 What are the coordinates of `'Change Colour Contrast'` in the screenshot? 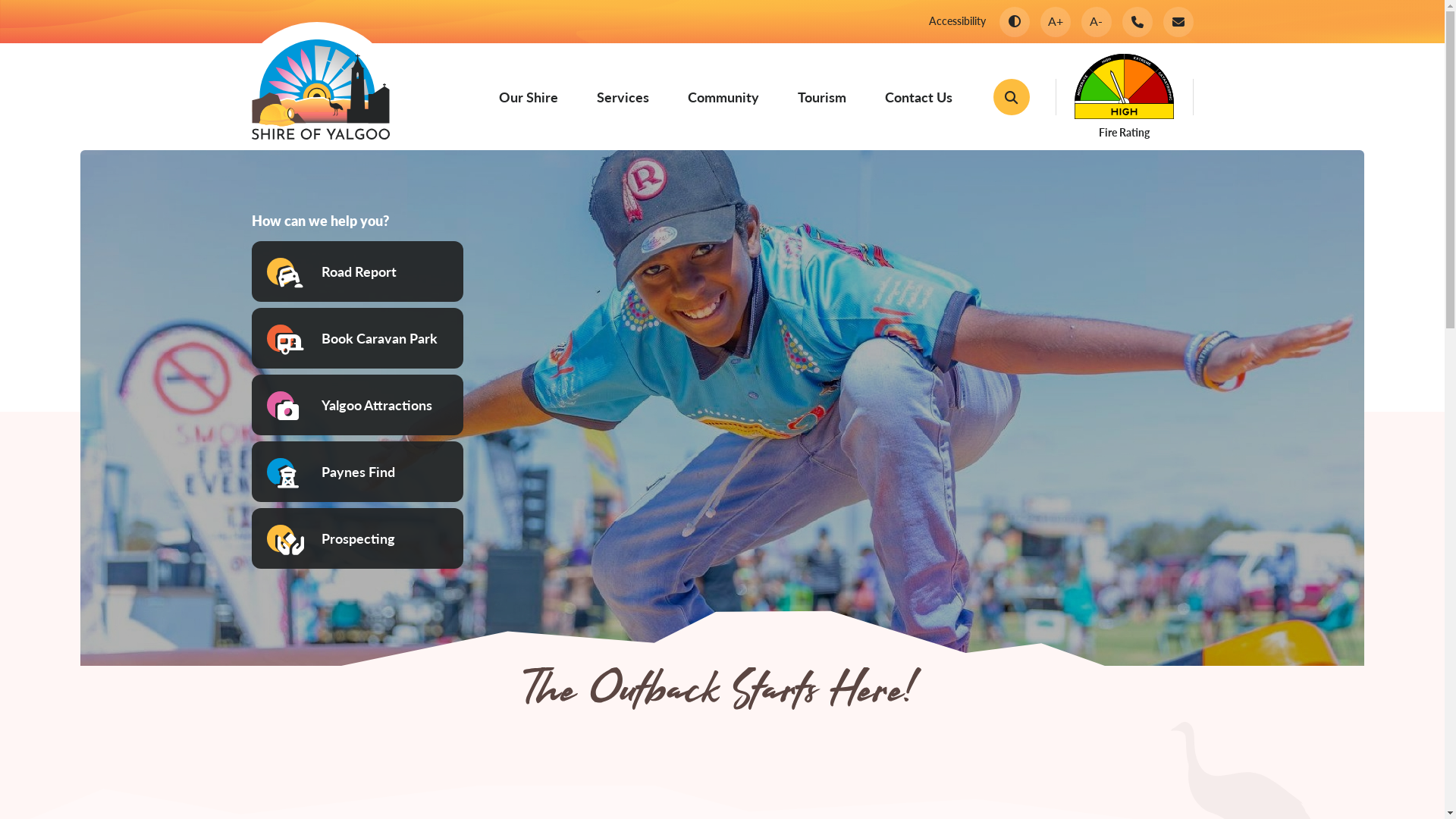 It's located at (1015, 20).